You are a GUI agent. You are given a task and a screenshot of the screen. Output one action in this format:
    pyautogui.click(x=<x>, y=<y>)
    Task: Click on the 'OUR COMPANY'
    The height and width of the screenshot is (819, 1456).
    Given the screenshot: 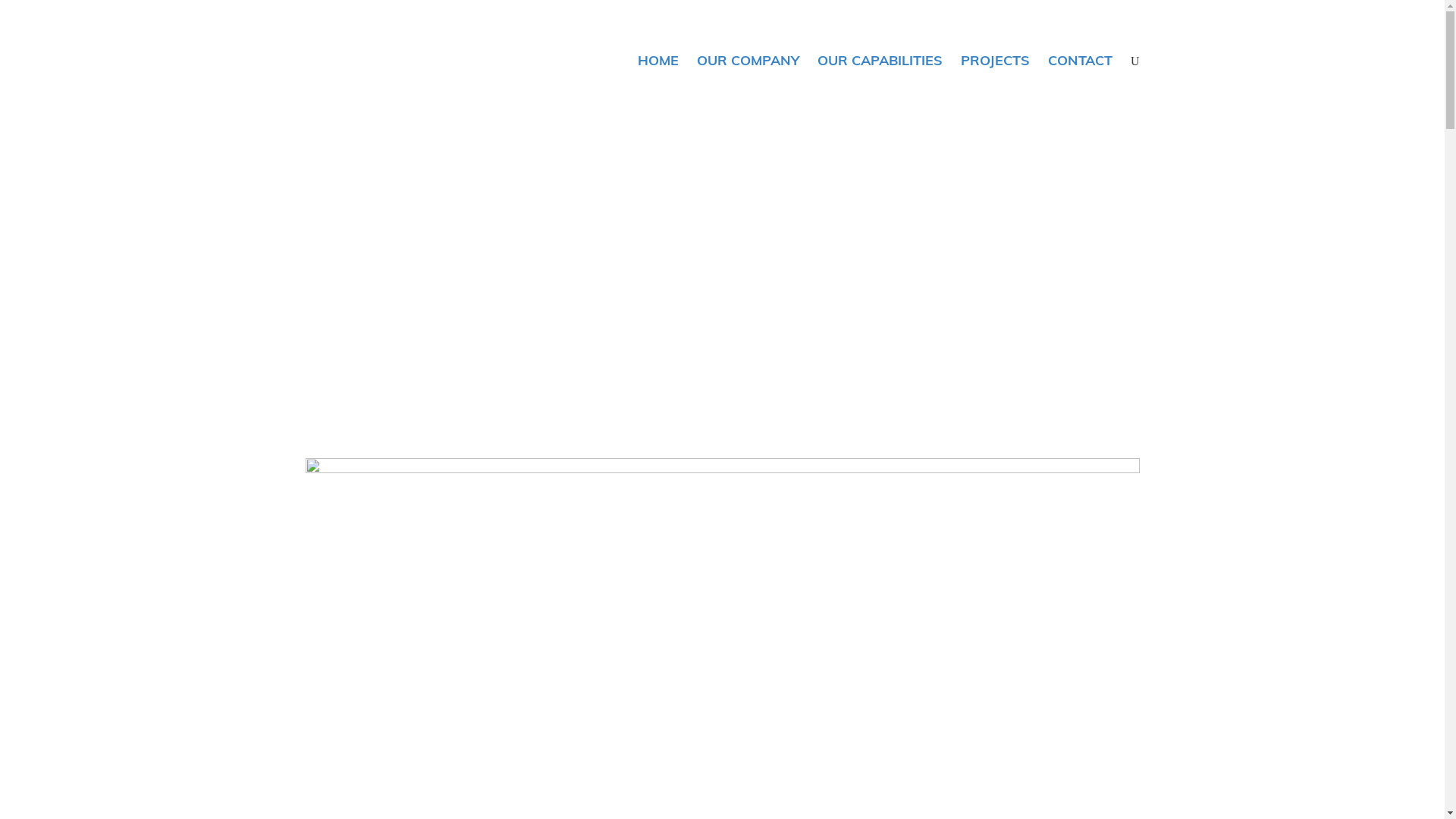 What is the action you would take?
    pyautogui.click(x=687, y=60)
    